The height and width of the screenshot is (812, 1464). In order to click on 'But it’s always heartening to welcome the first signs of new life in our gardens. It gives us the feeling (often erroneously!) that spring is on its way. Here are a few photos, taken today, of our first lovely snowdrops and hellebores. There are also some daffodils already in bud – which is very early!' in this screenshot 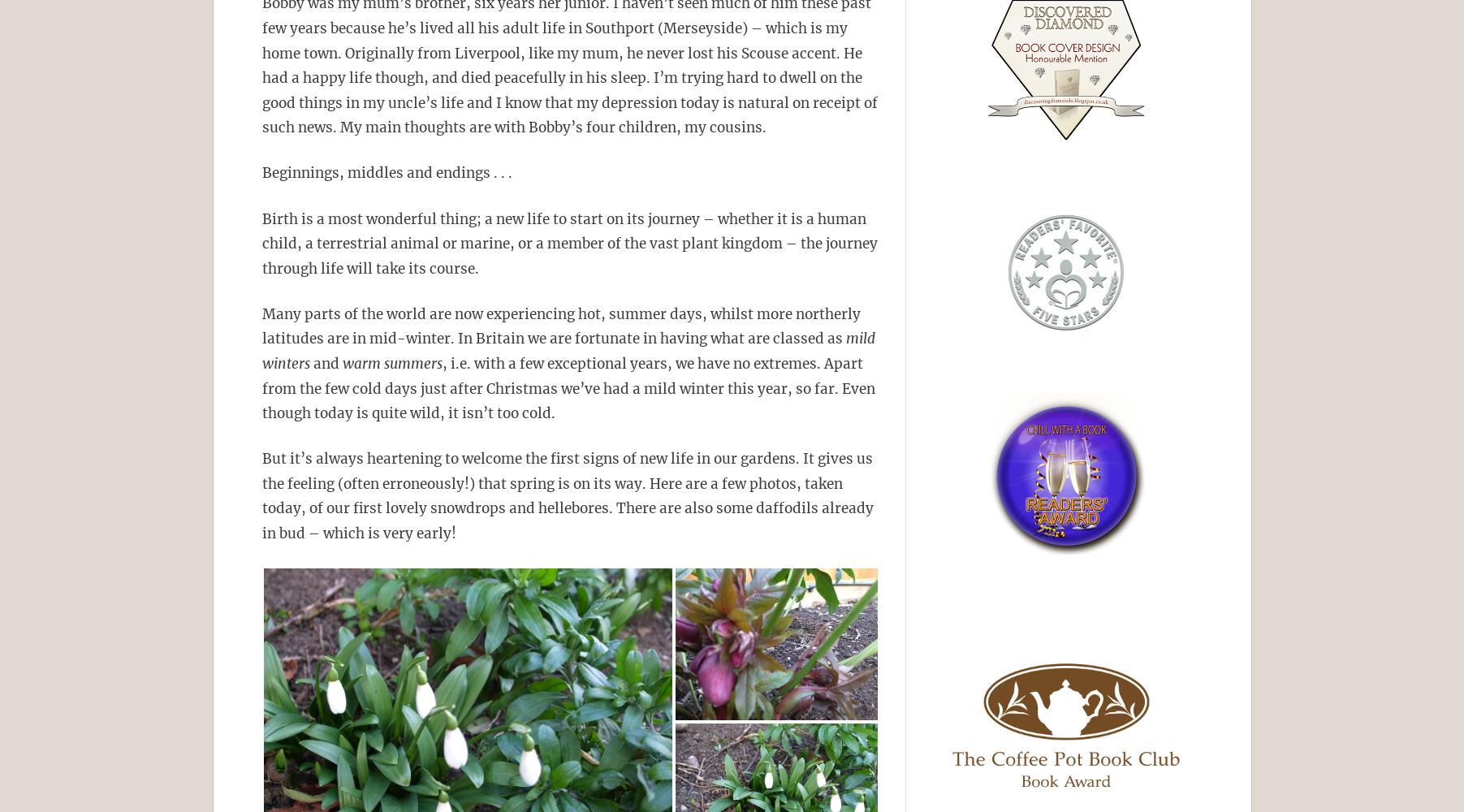, I will do `click(261, 495)`.